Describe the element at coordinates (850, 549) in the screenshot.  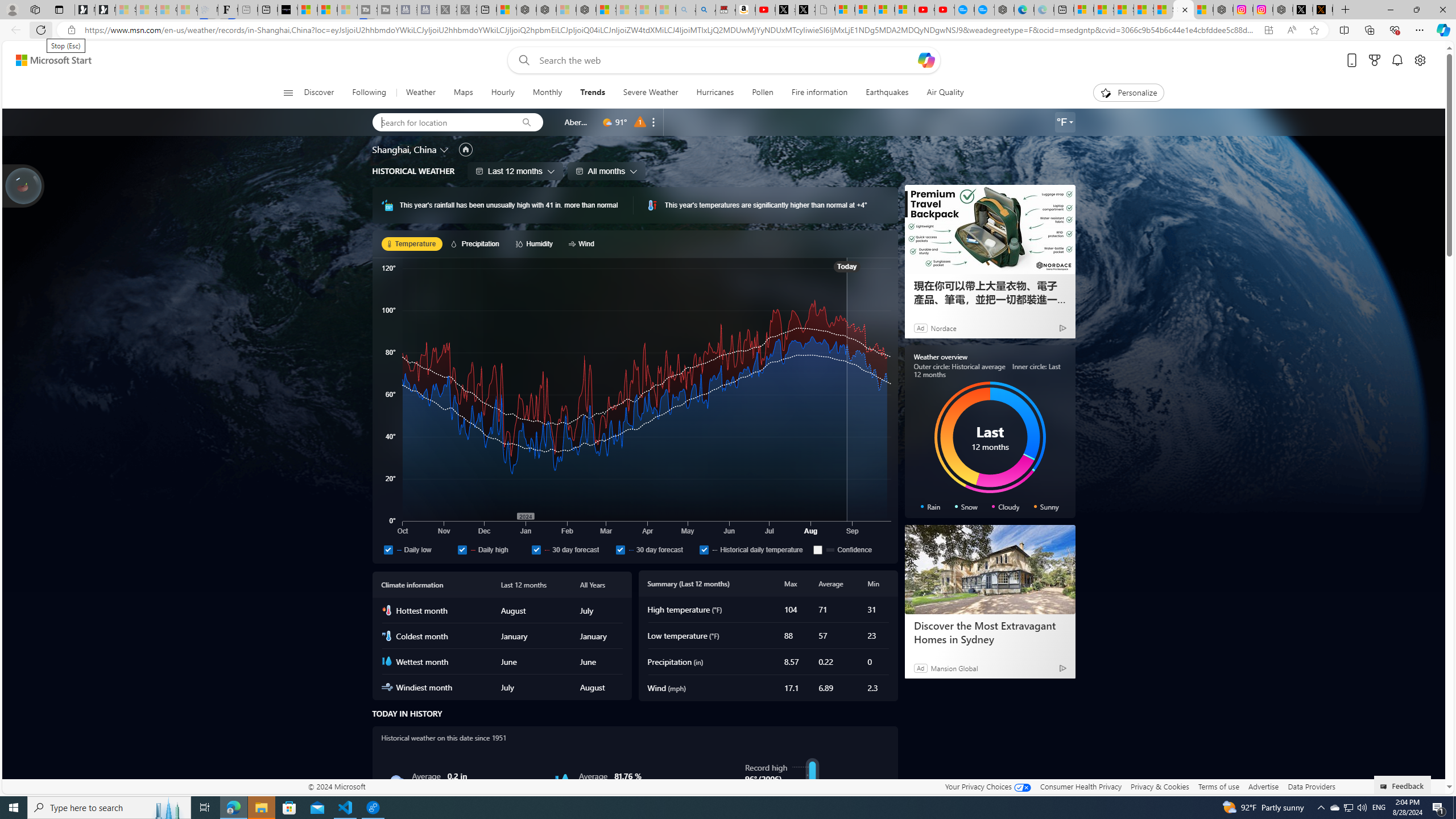
I see `'Confidence'` at that location.